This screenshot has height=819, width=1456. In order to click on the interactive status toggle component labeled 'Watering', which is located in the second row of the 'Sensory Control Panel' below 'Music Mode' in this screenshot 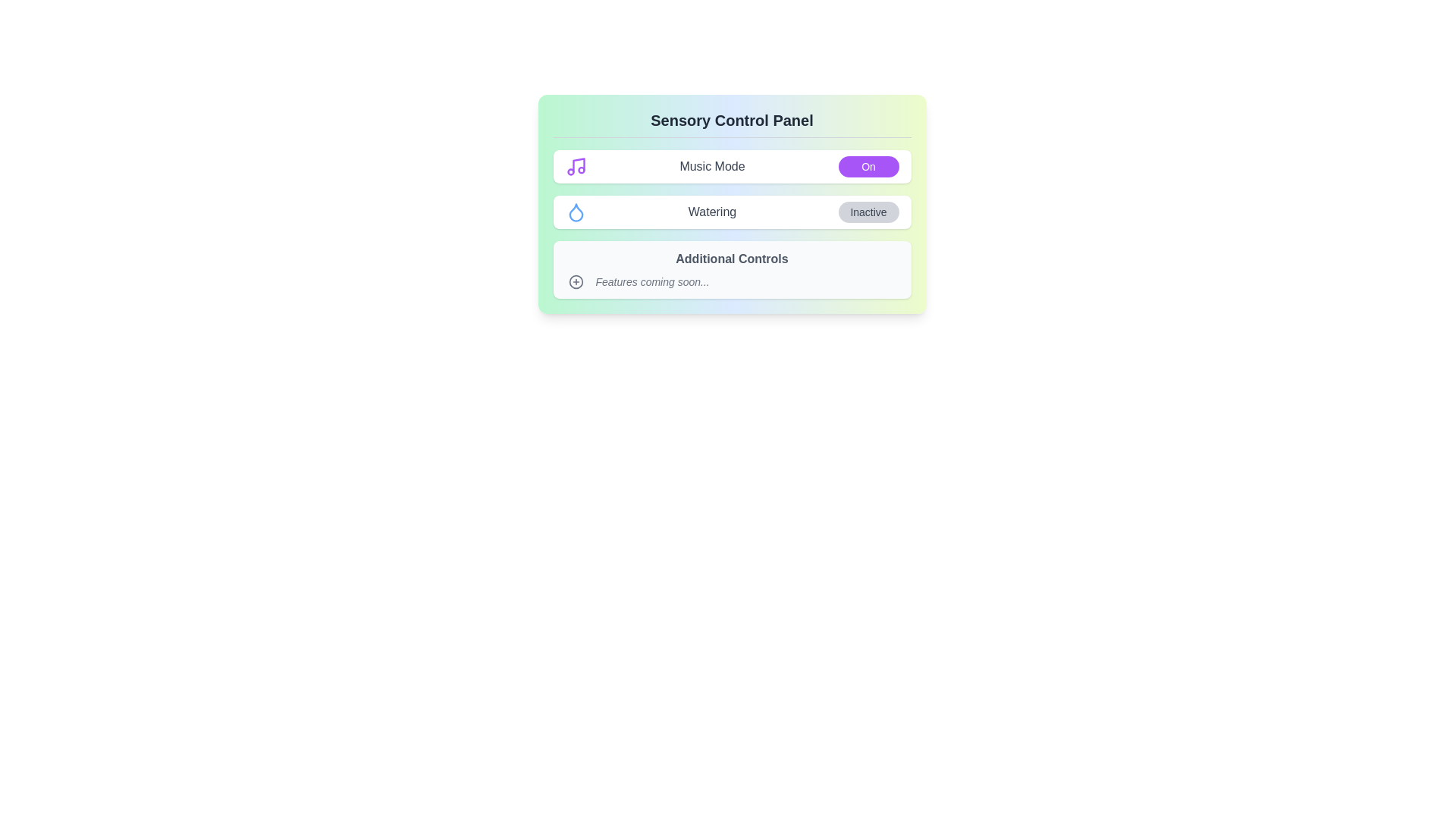, I will do `click(732, 212)`.